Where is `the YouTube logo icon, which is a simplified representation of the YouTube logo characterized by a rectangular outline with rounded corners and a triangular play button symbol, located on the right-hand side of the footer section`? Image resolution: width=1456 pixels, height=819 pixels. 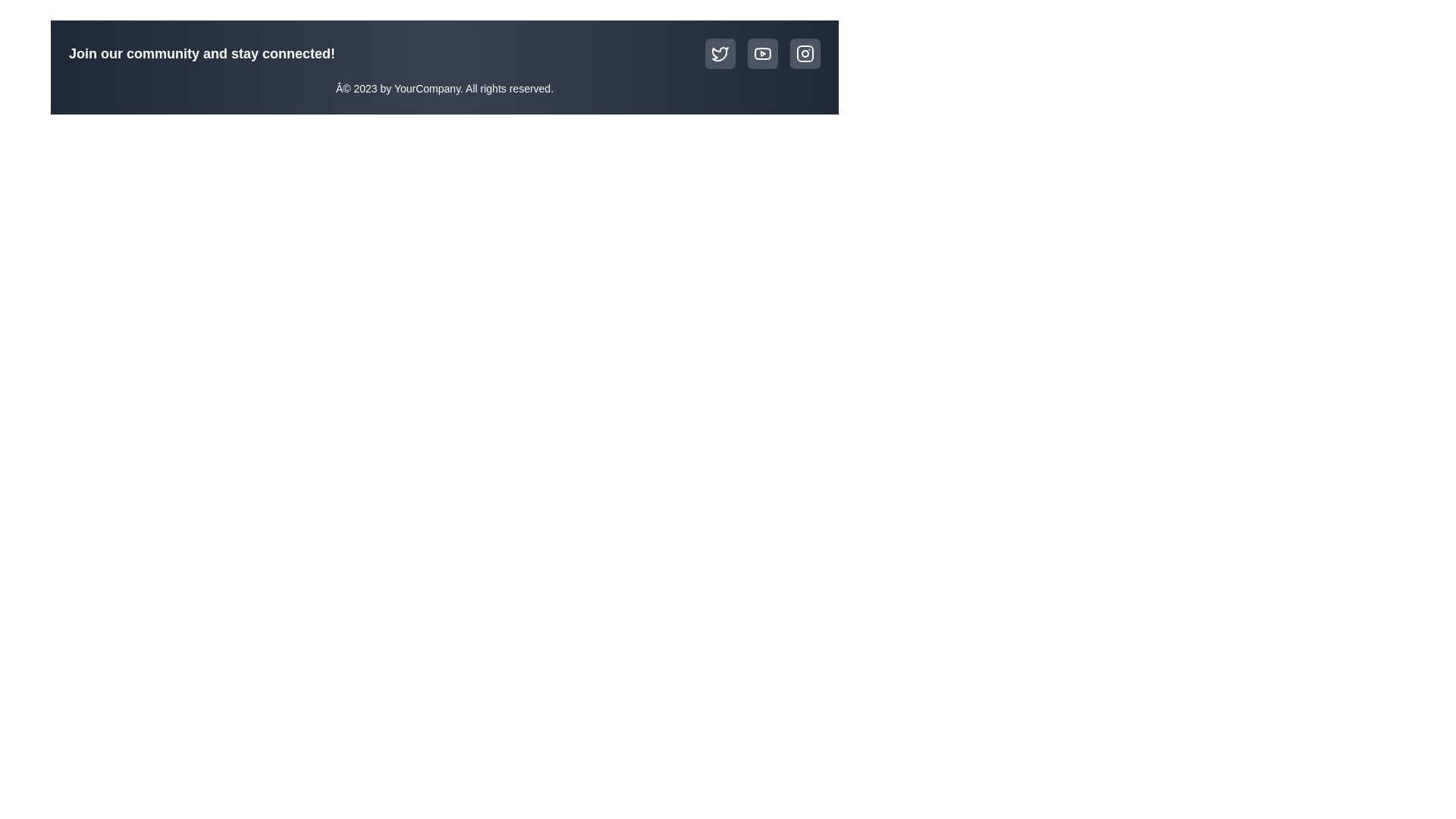
the YouTube logo icon, which is a simplified representation of the YouTube logo characterized by a rectangular outline with rounded corners and a triangular play button symbol, located on the right-hand side of the footer section is located at coordinates (763, 52).